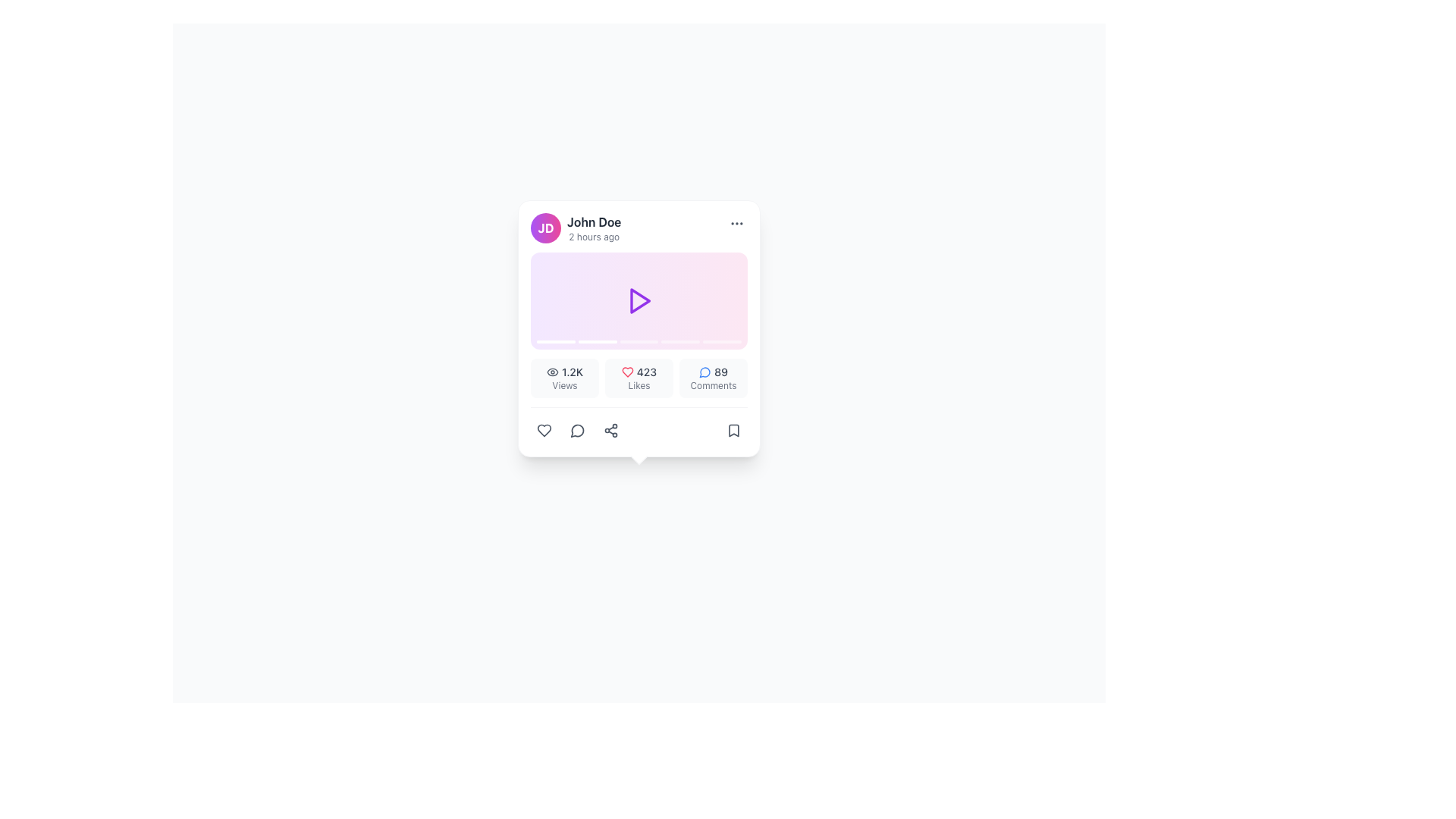 This screenshot has height=819, width=1456. Describe the element at coordinates (552, 372) in the screenshot. I see `the views indicator icon located at the bottom-left section of the card UI for accessibility purposes` at that location.